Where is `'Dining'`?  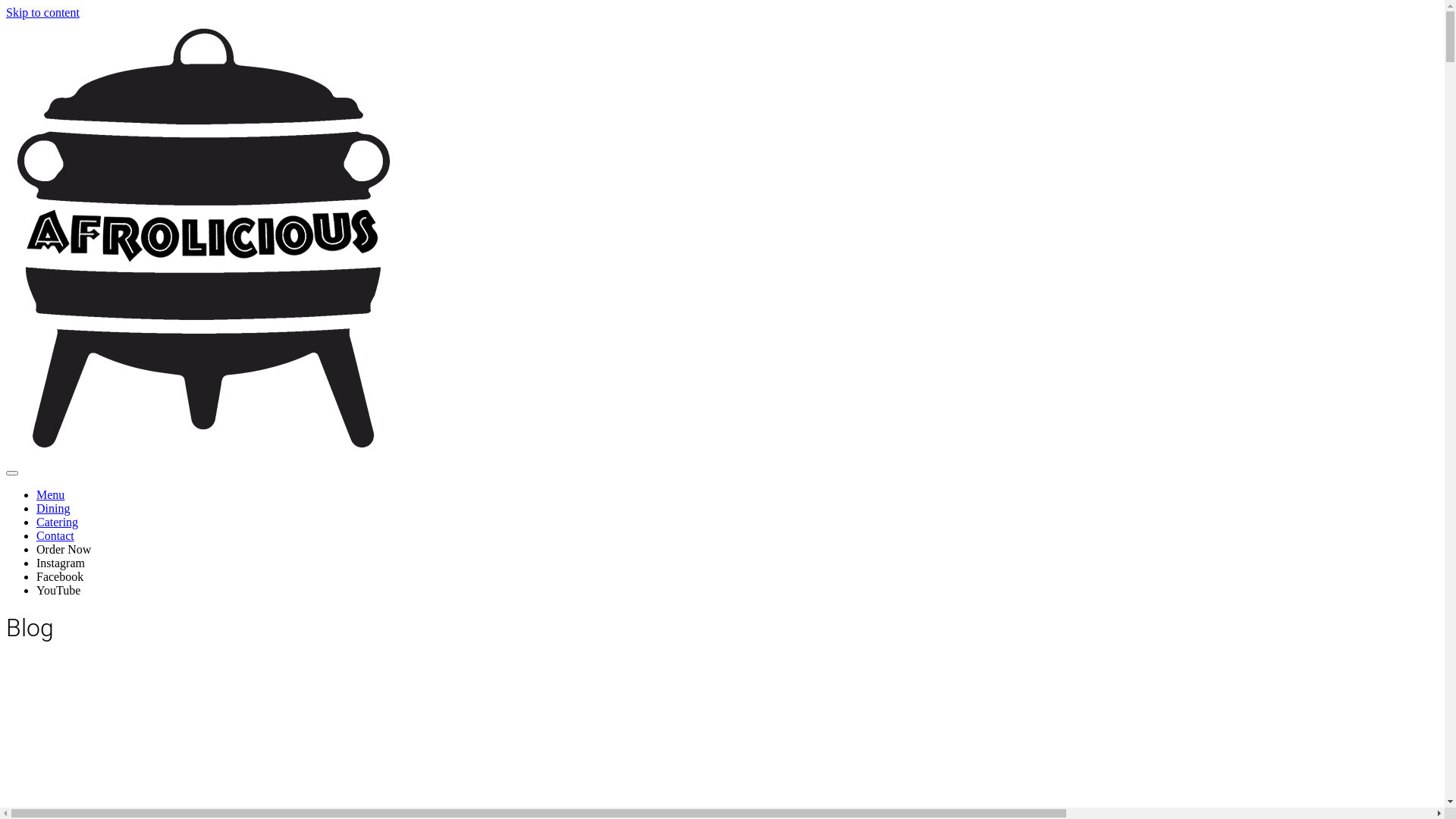
'Dining' is located at coordinates (53, 508).